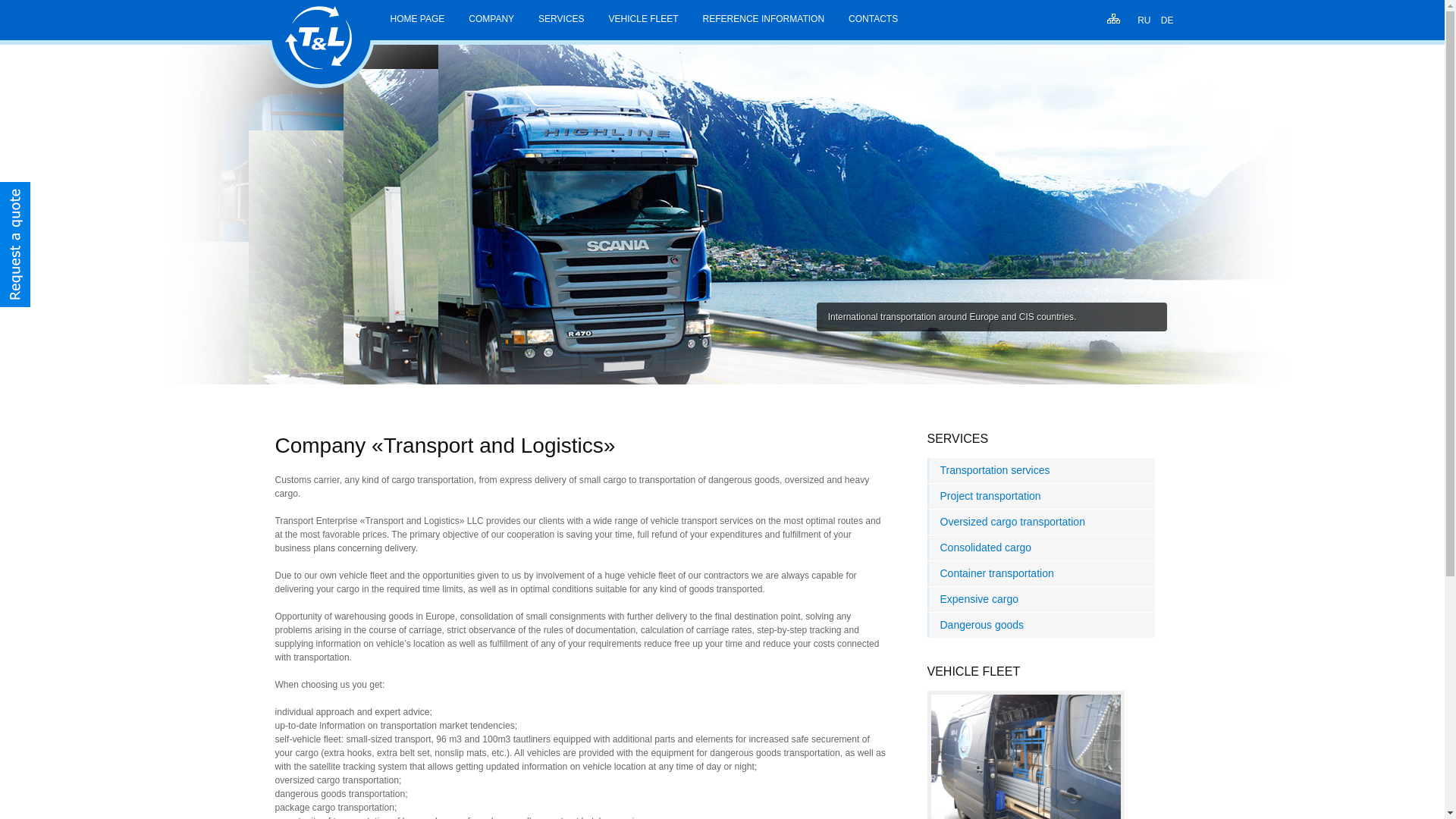 This screenshot has height=819, width=1456. Describe the element at coordinates (460, 22) in the screenshot. I see `'COMPANY'` at that location.